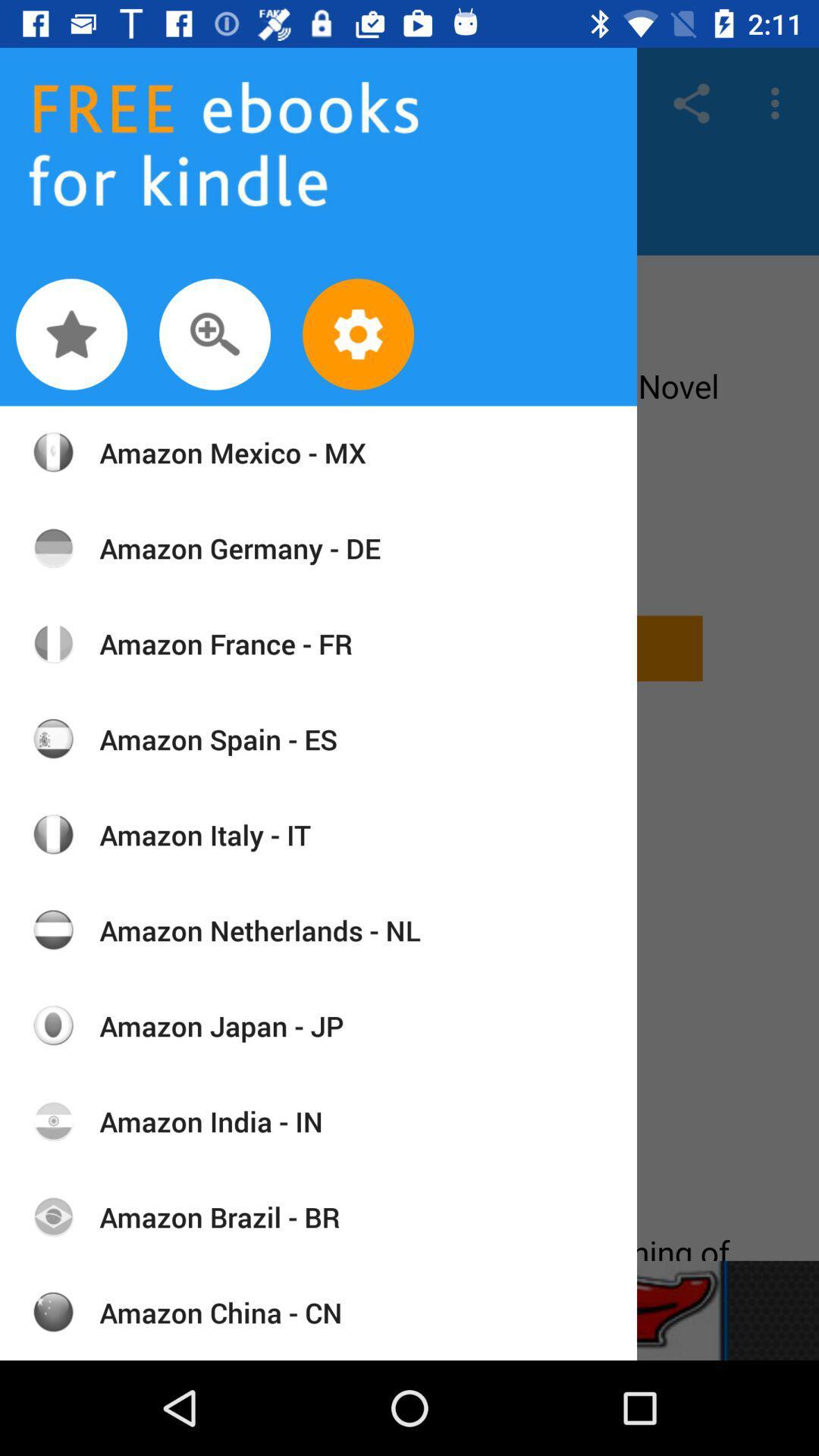 The height and width of the screenshot is (1456, 819). I want to click on the font icon, so click(55, 102).